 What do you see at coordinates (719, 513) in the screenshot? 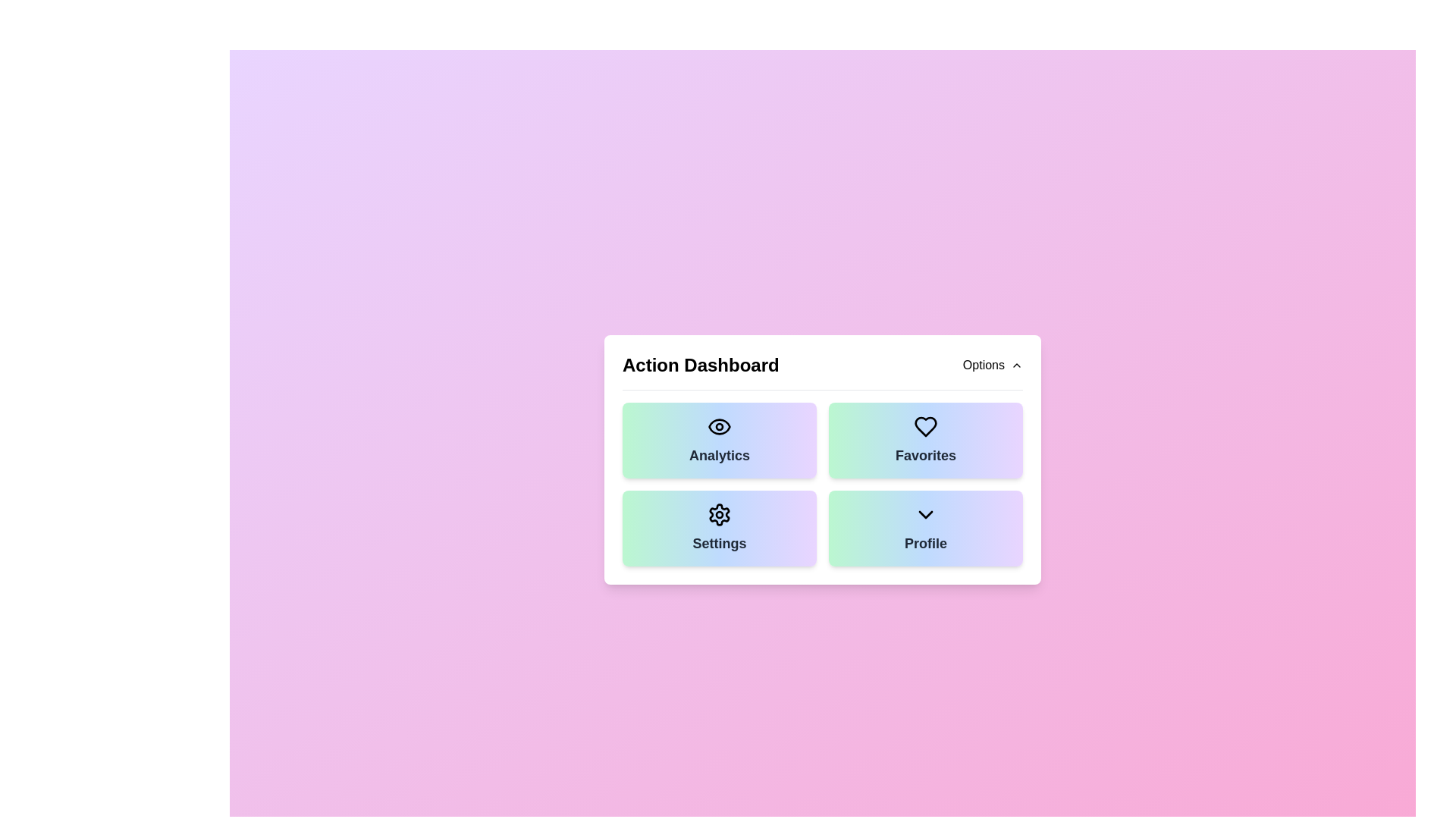
I see `the static icon` at bounding box center [719, 513].